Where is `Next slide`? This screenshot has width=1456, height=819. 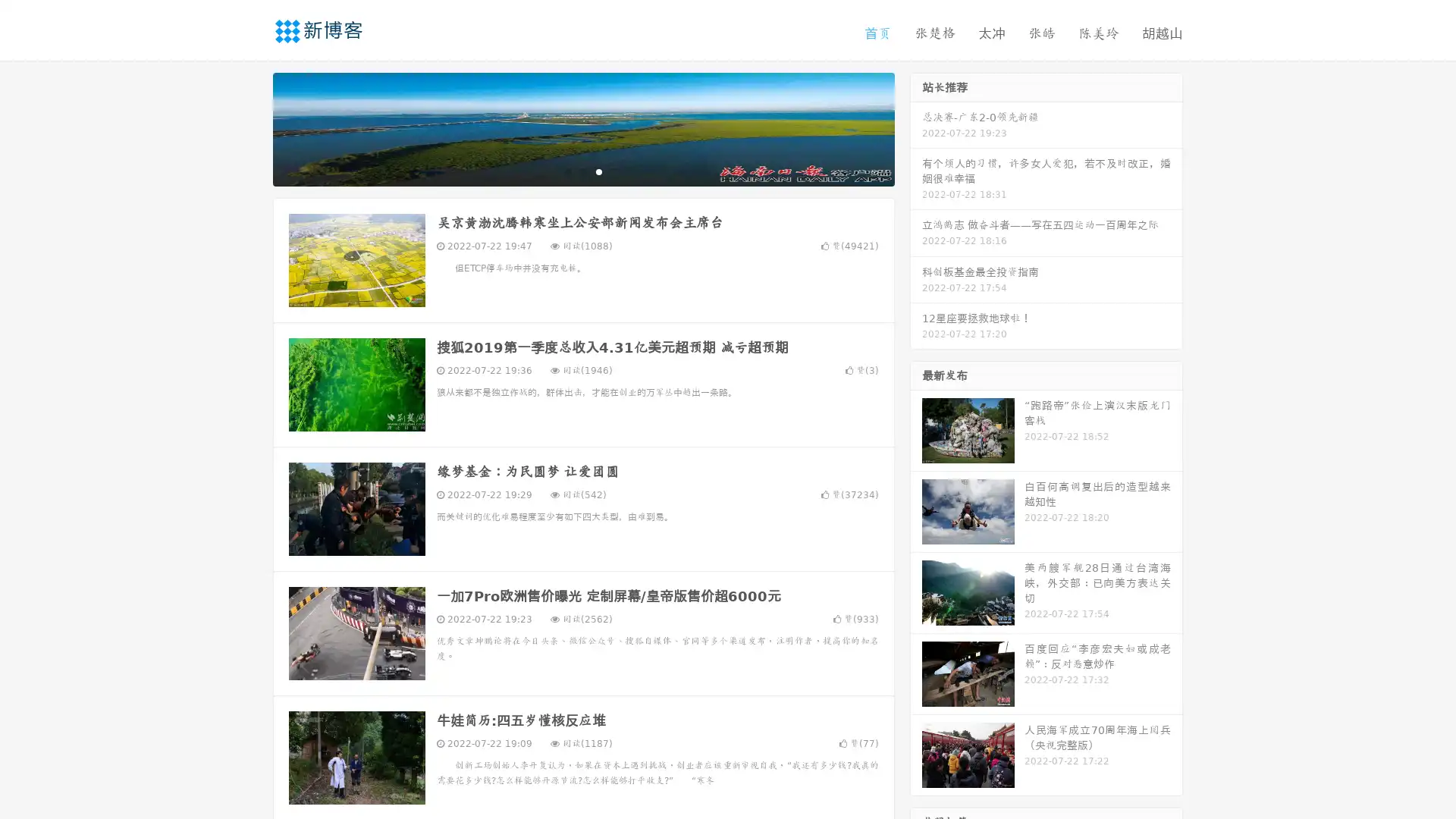
Next slide is located at coordinates (916, 127).